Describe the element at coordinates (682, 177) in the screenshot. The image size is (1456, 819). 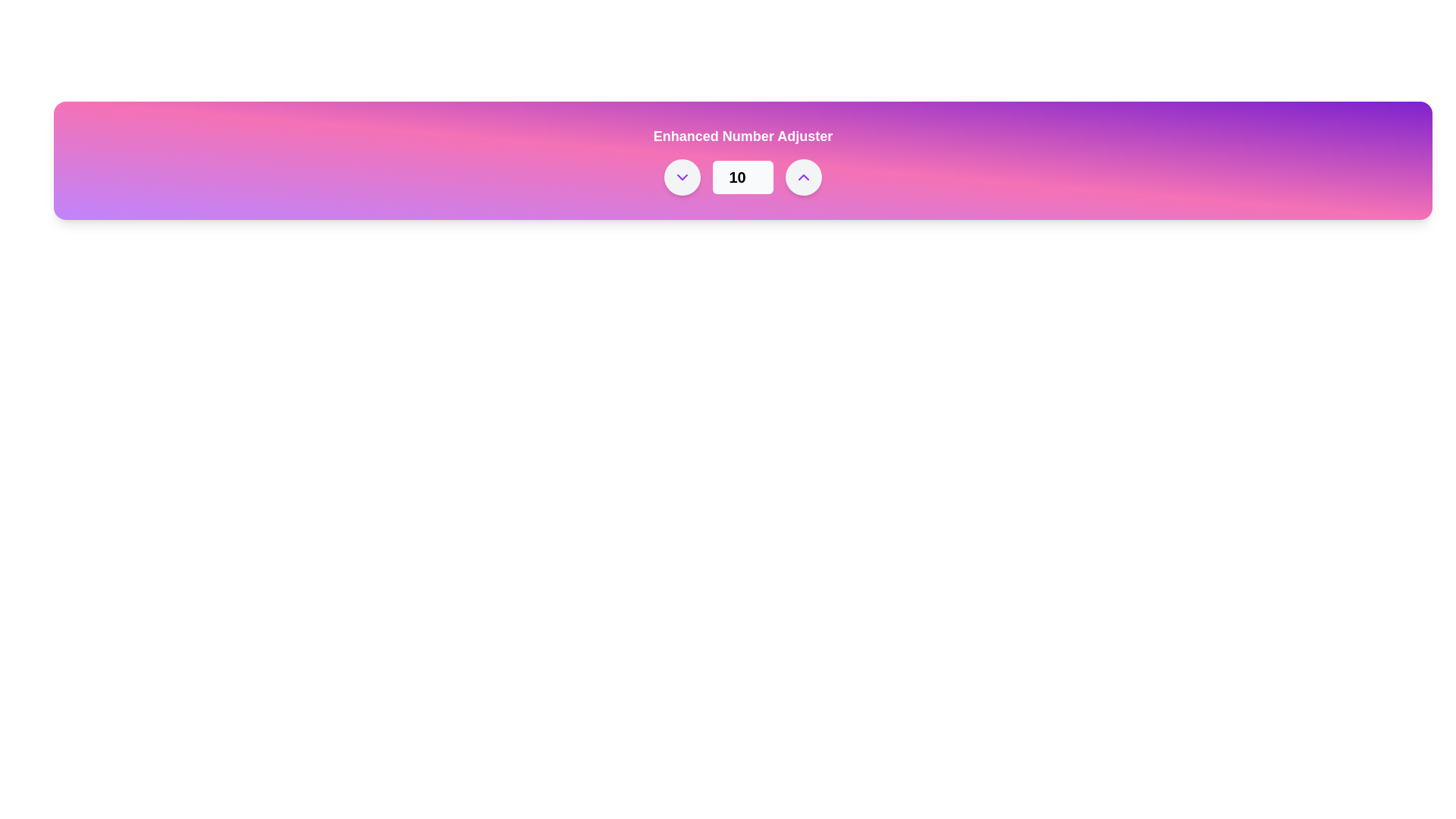
I see `the leftmost button in the horizontal group to decrease the numerical value displayed in the adjacent input field by one` at that location.